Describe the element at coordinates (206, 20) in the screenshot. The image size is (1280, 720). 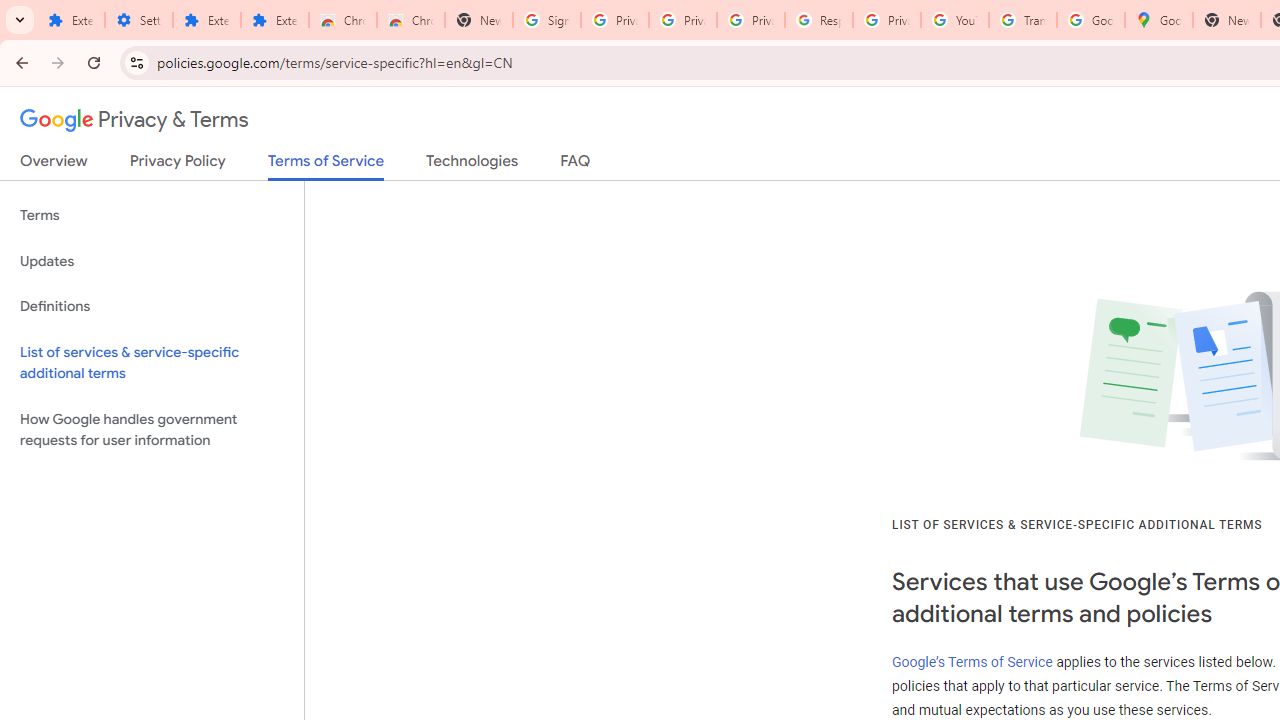
I see `'Extensions'` at that location.